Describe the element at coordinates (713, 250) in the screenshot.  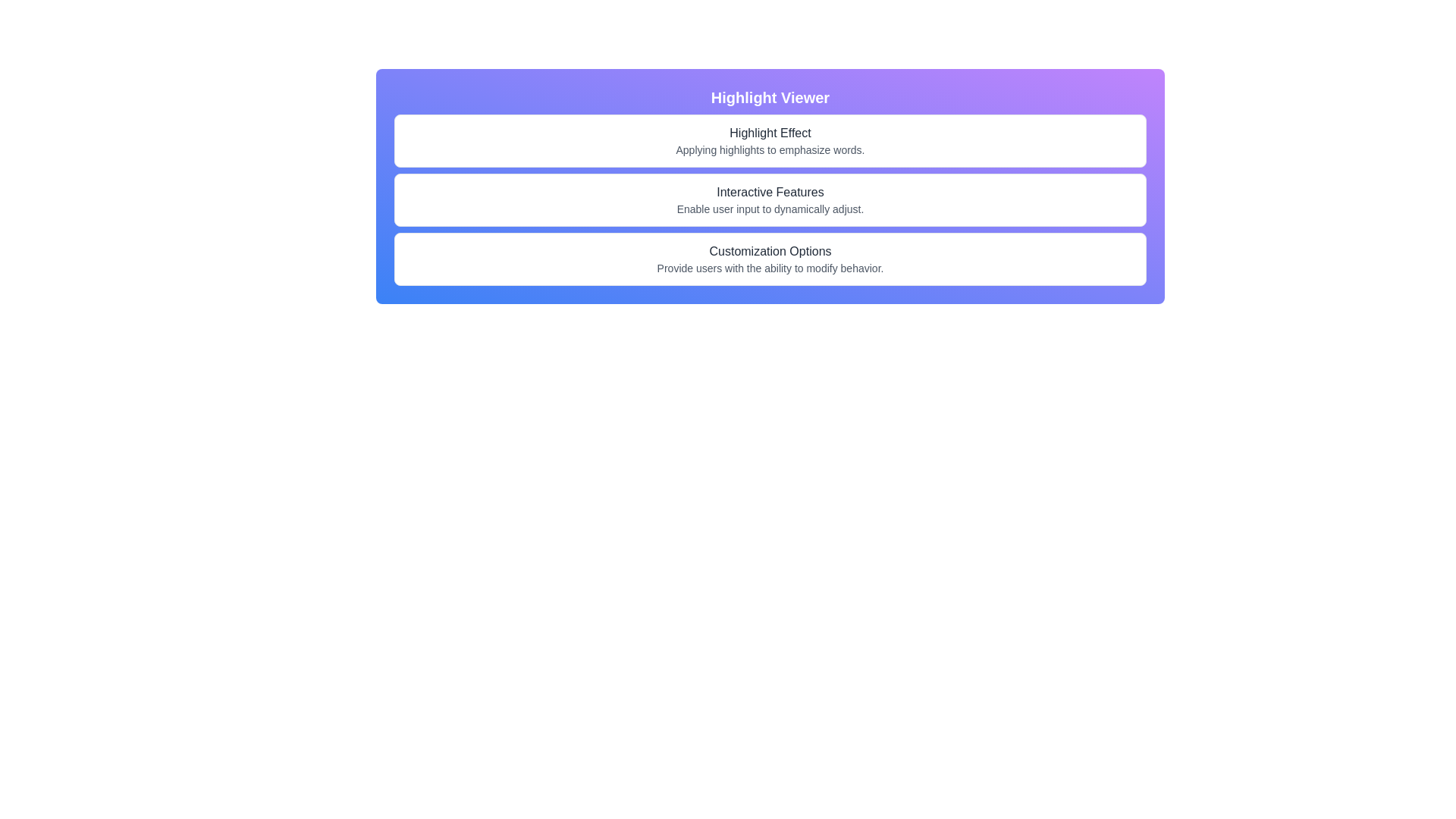
I see `the character 'C' in the text 'Customization Options' by moving the cursor to its position` at that location.